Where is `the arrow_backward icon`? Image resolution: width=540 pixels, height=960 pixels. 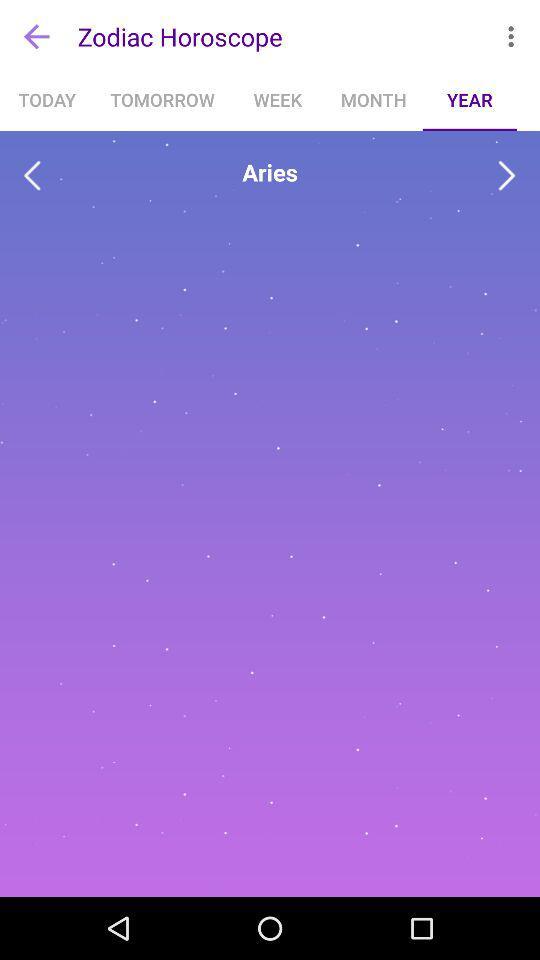 the arrow_backward icon is located at coordinates (31, 175).